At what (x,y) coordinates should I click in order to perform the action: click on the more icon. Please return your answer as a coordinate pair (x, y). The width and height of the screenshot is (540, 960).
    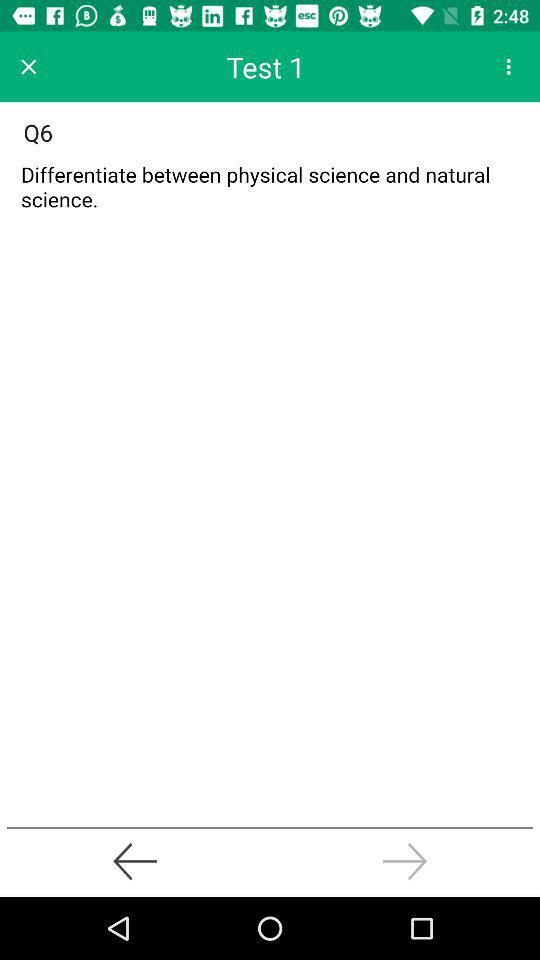
    Looking at the image, I should click on (508, 66).